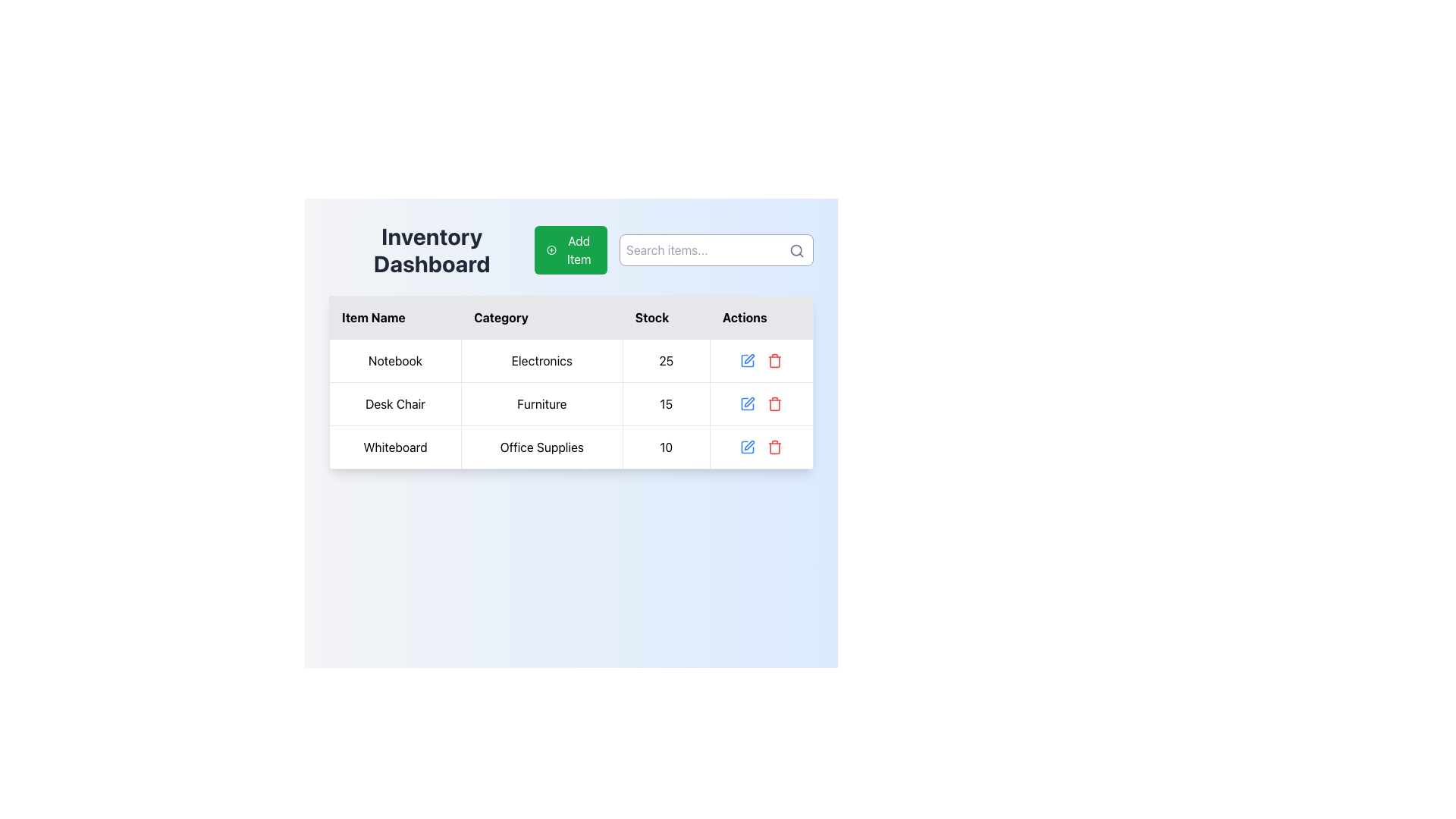 The image size is (1456, 819). What do you see at coordinates (749, 444) in the screenshot?
I see `the 'Edit' button in the 'Actions' column of the third row associated with the 'Whiteboard' item` at bounding box center [749, 444].